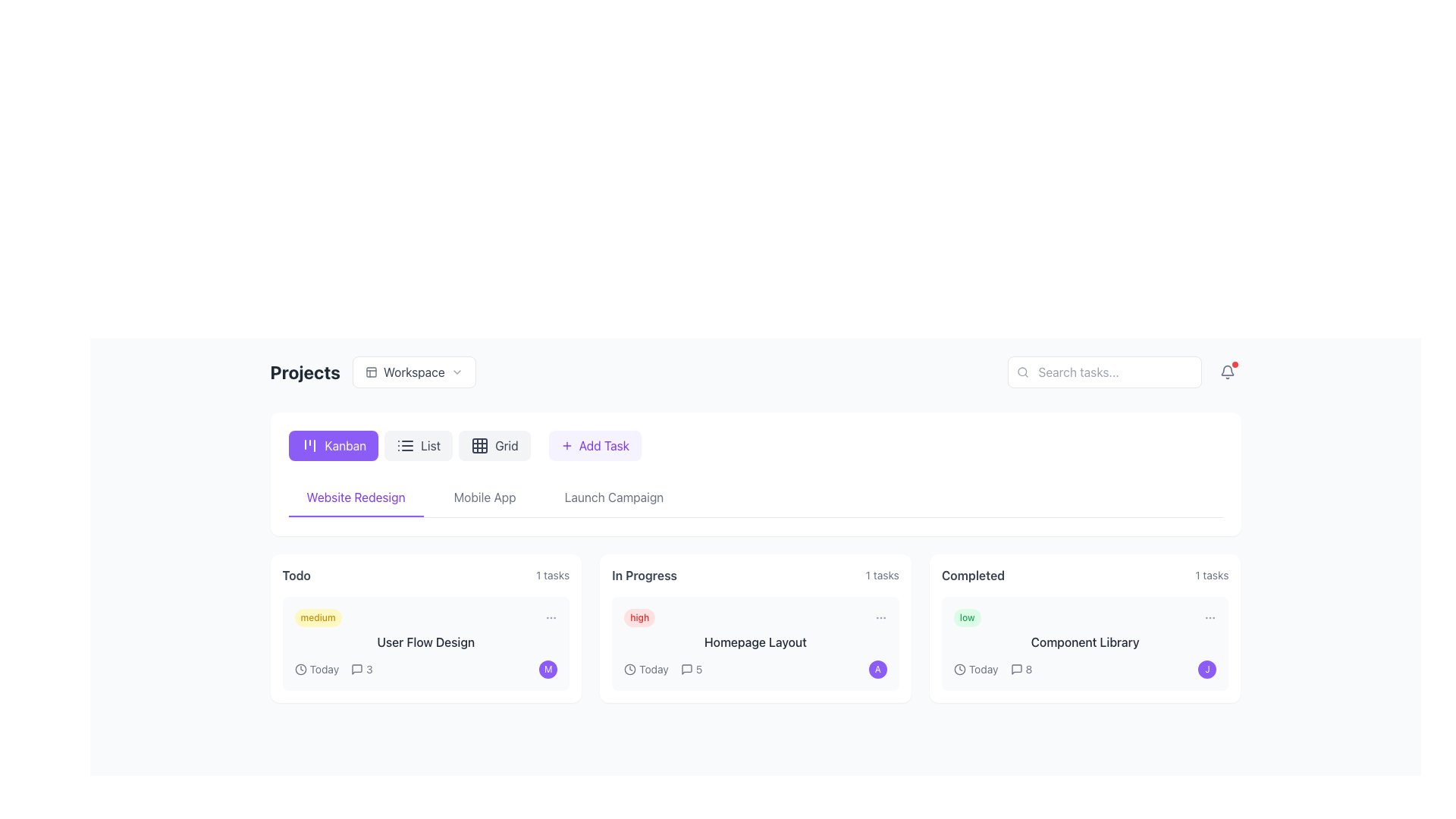  What do you see at coordinates (300, 669) in the screenshot?
I see `icon representing time or date located immediately to the left of the text 'Today' for its visual representation` at bounding box center [300, 669].